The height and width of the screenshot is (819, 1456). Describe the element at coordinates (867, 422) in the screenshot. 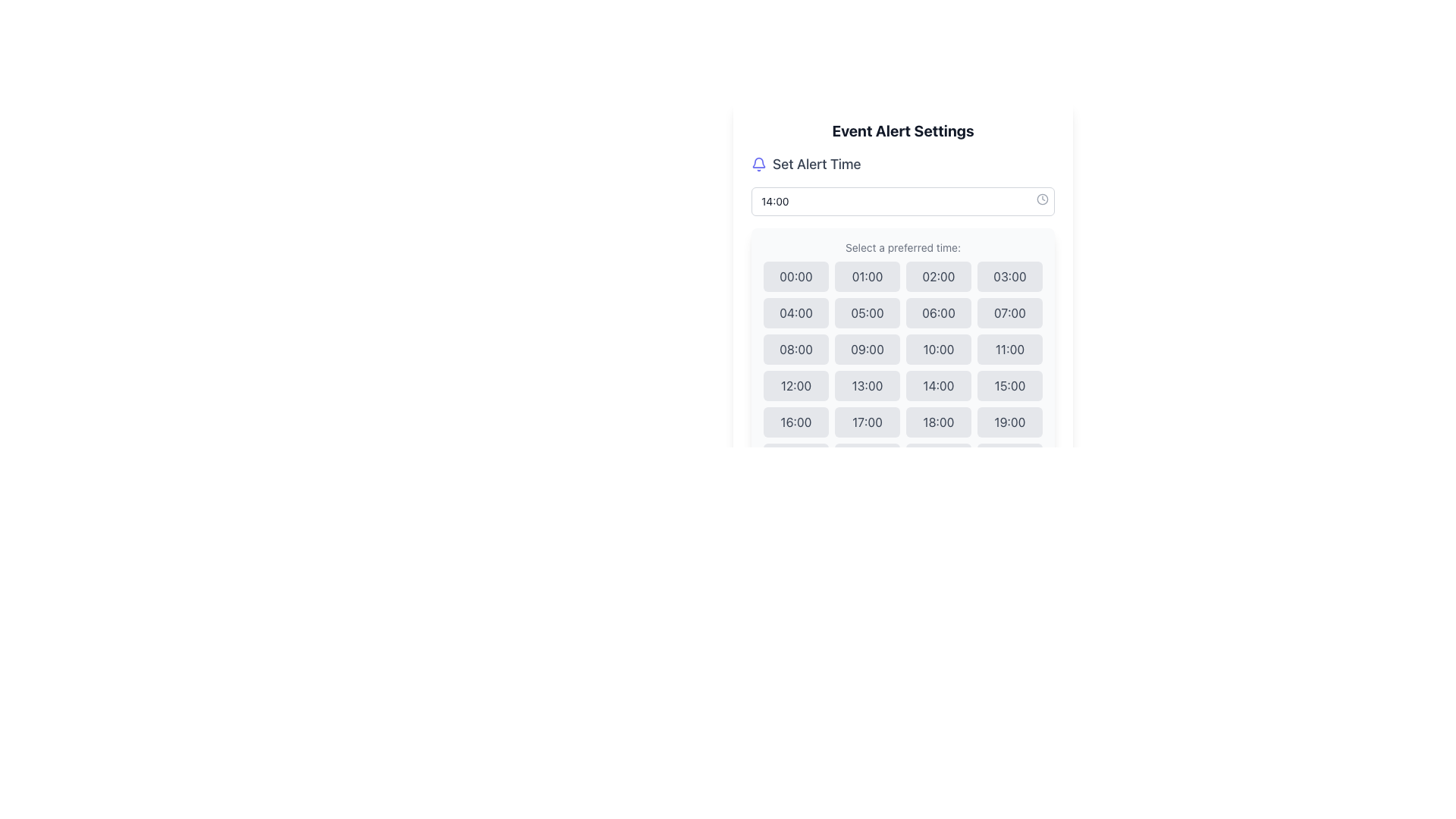

I see `the button displaying '17:00' which is styled as a pill with rounded edges, located in the fifth row and second column of the time options grid` at that location.